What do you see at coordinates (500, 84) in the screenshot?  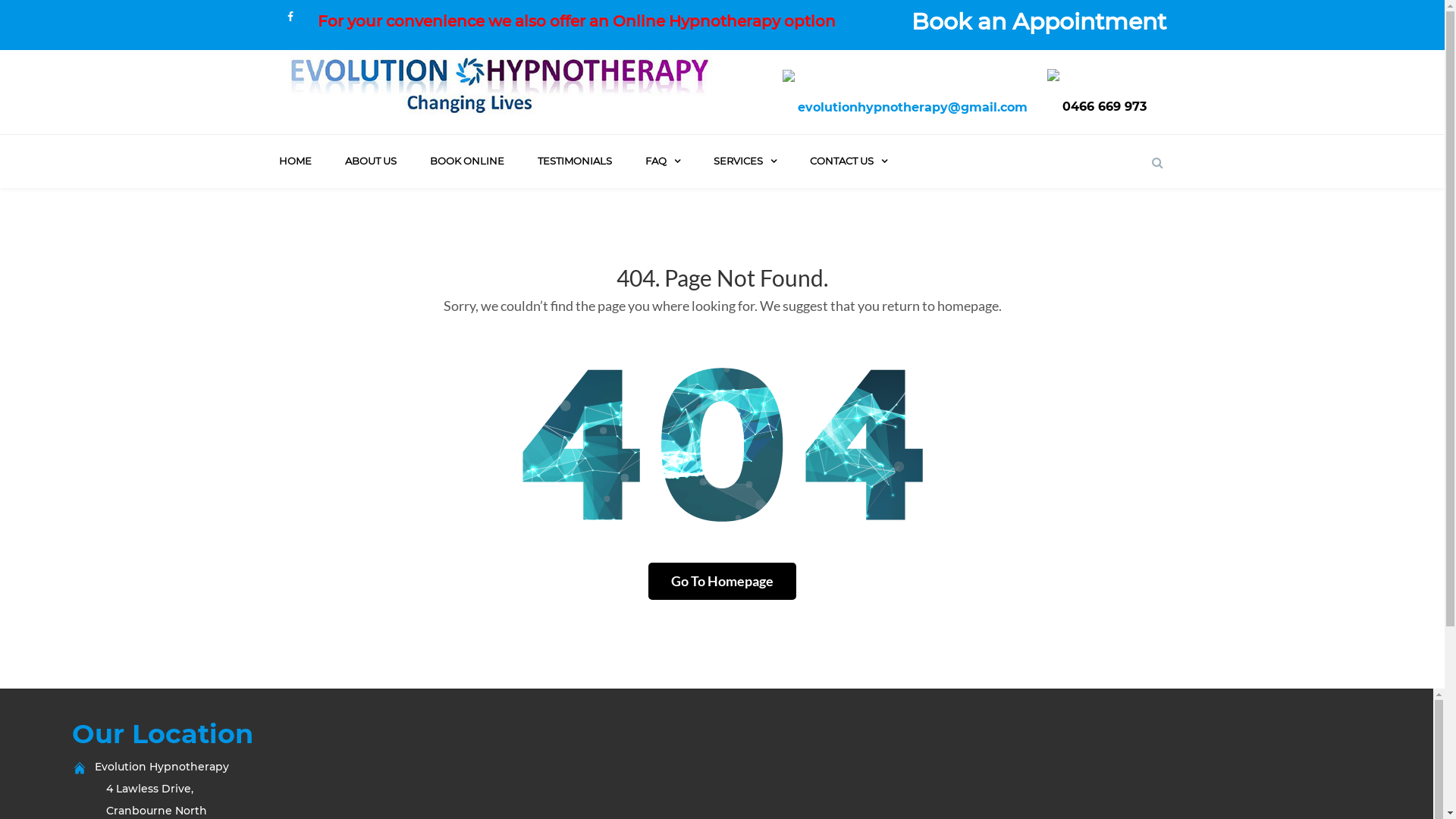 I see `'Hypnotherapy Berwick'` at bounding box center [500, 84].